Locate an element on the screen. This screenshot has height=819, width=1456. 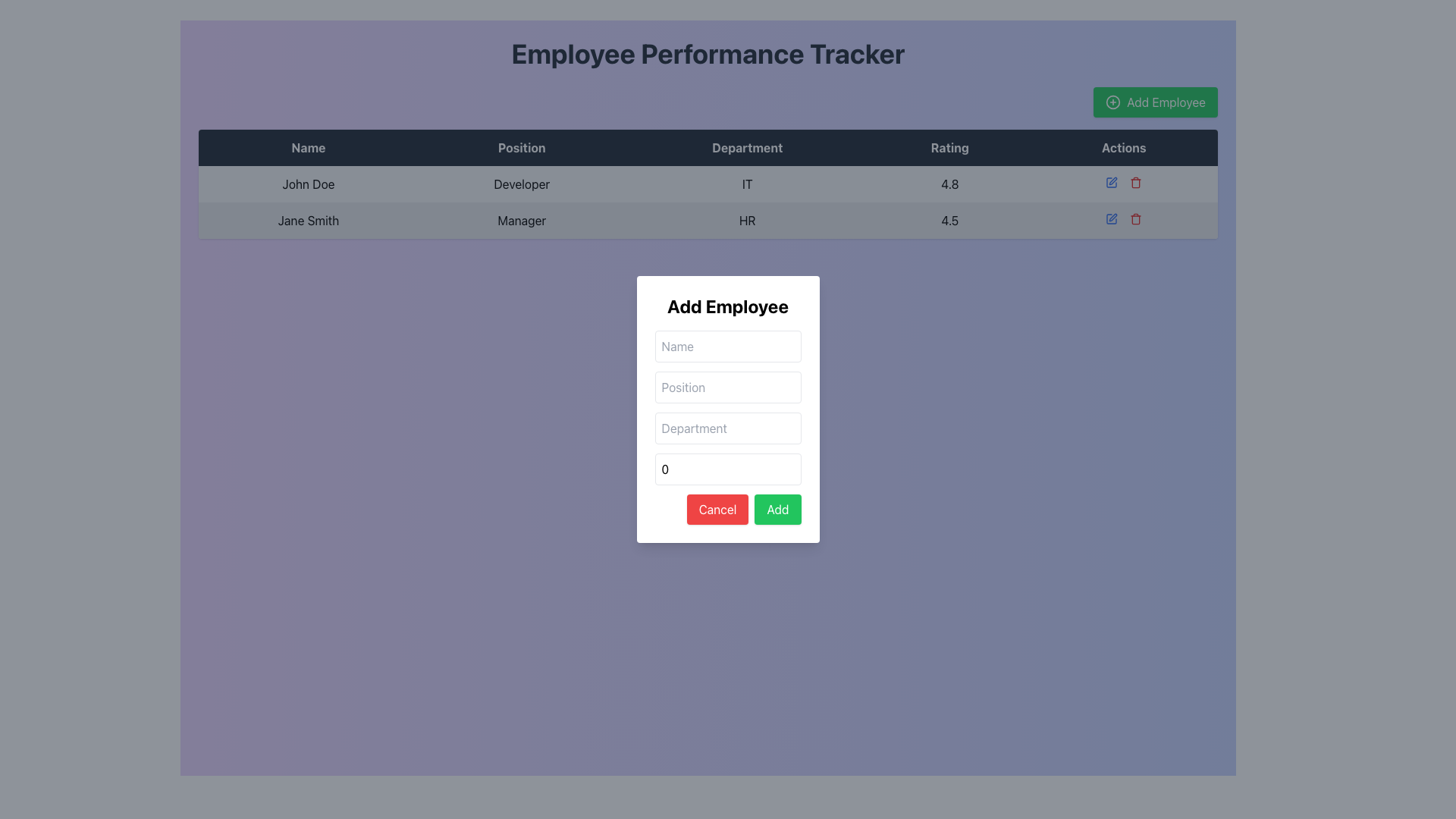
the circular icon of the 'Add Employee' button, which serves as a visual marker for the action of adding or creating an employee is located at coordinates (1113, 102).